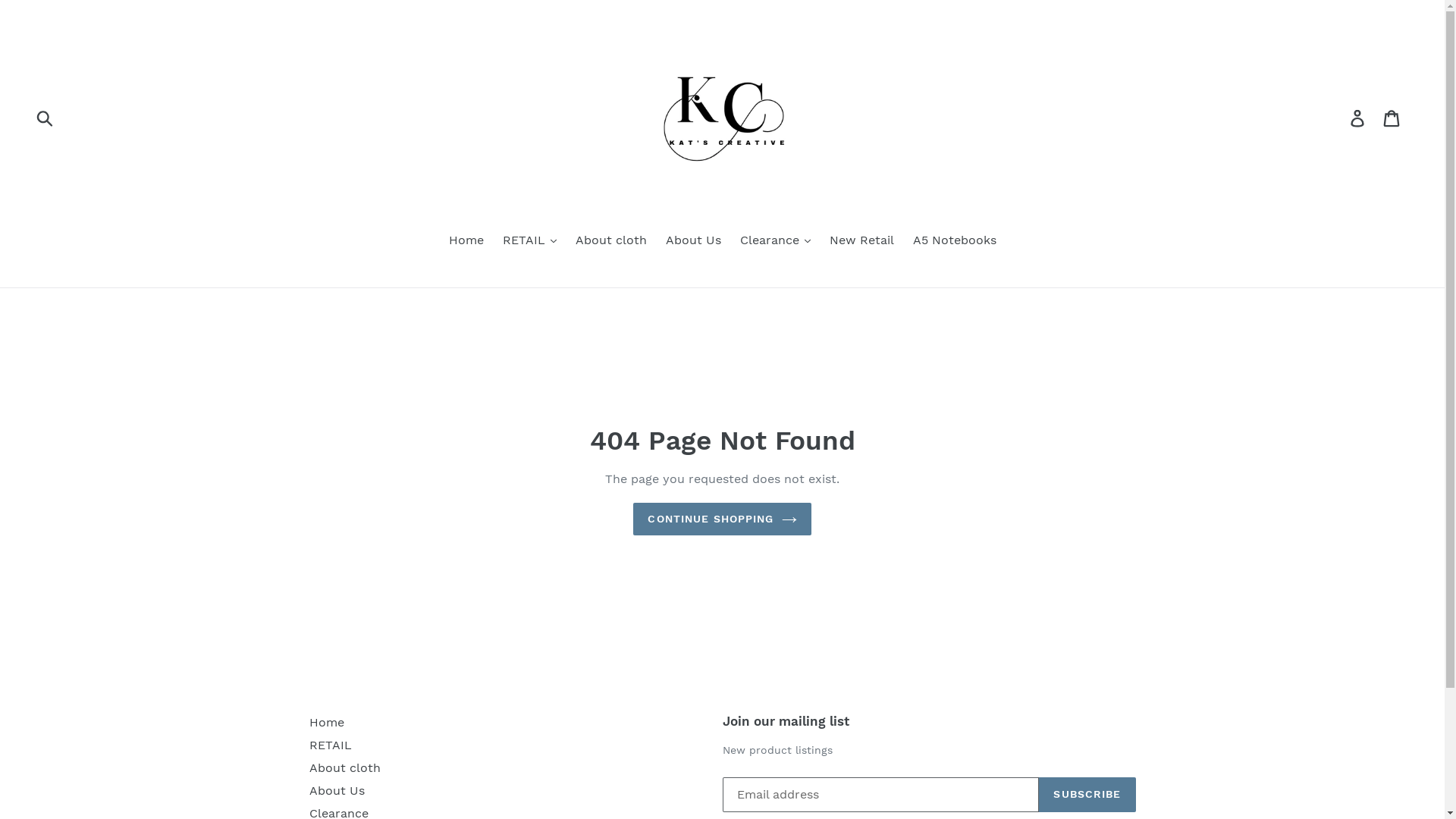 The image size is (1456, 819). What do you see at coordinates (953, 240) in the screenshot?
I see `'A5 Notebooks'` at bounding box center [953, 240].